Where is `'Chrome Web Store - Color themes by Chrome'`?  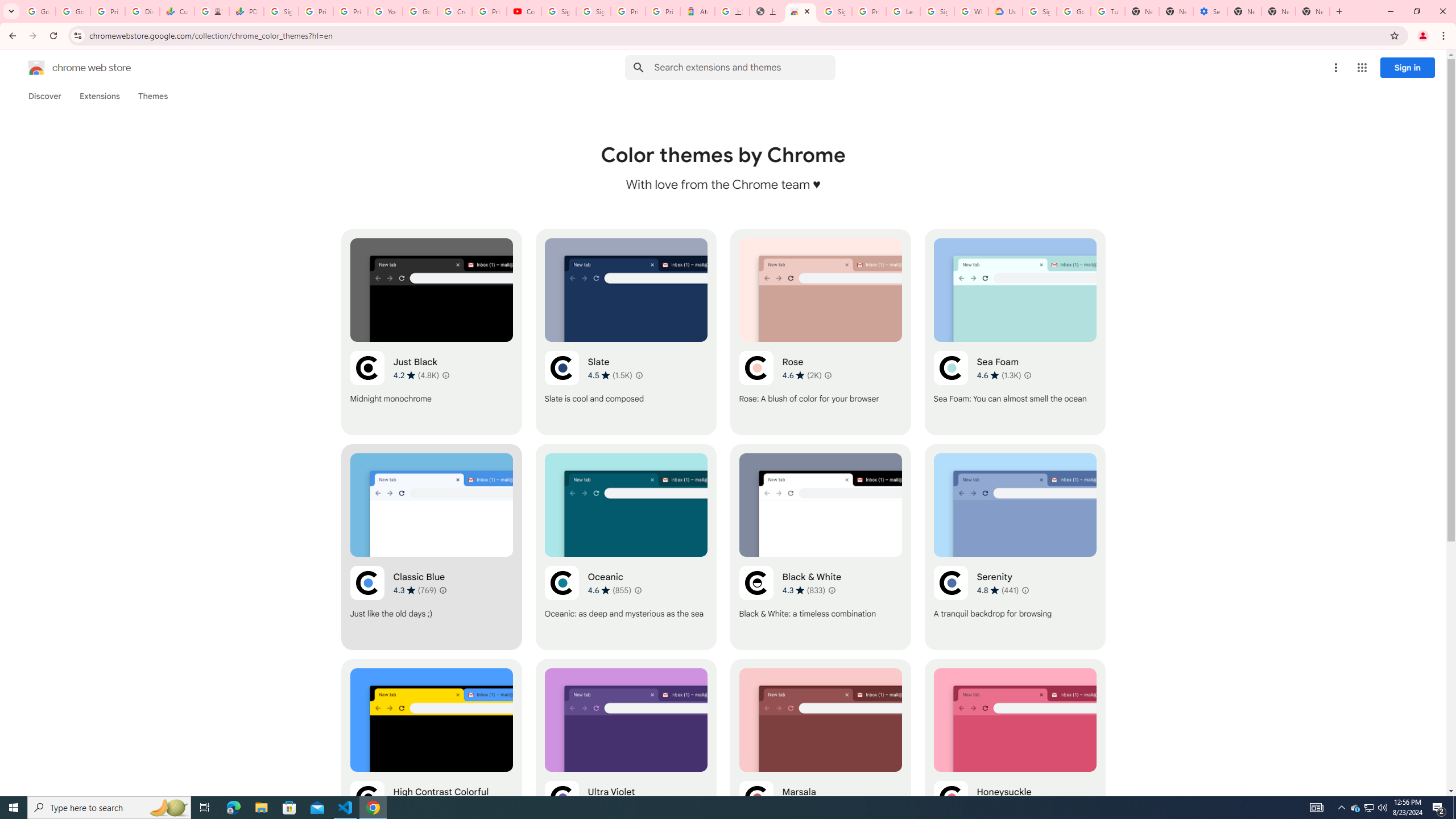 'Chrome Web Store - Color themes by Chrome' is located at coordinates (800, 11).